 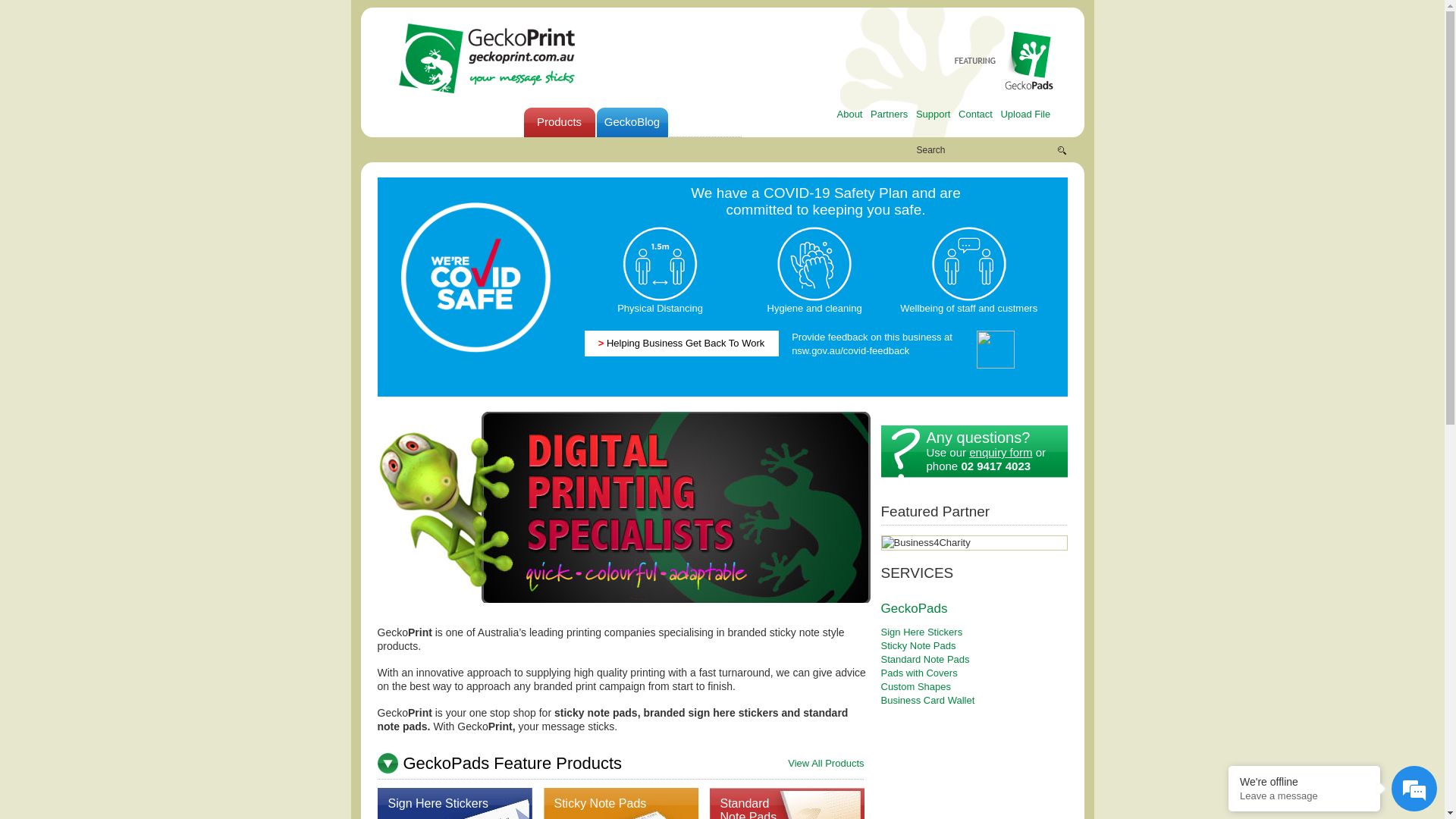 What do you see at coordinates (850, 350) in the screenshot?
I see `'nsw.gov.au/covid-feedback'` at bounding box center [850, 350].